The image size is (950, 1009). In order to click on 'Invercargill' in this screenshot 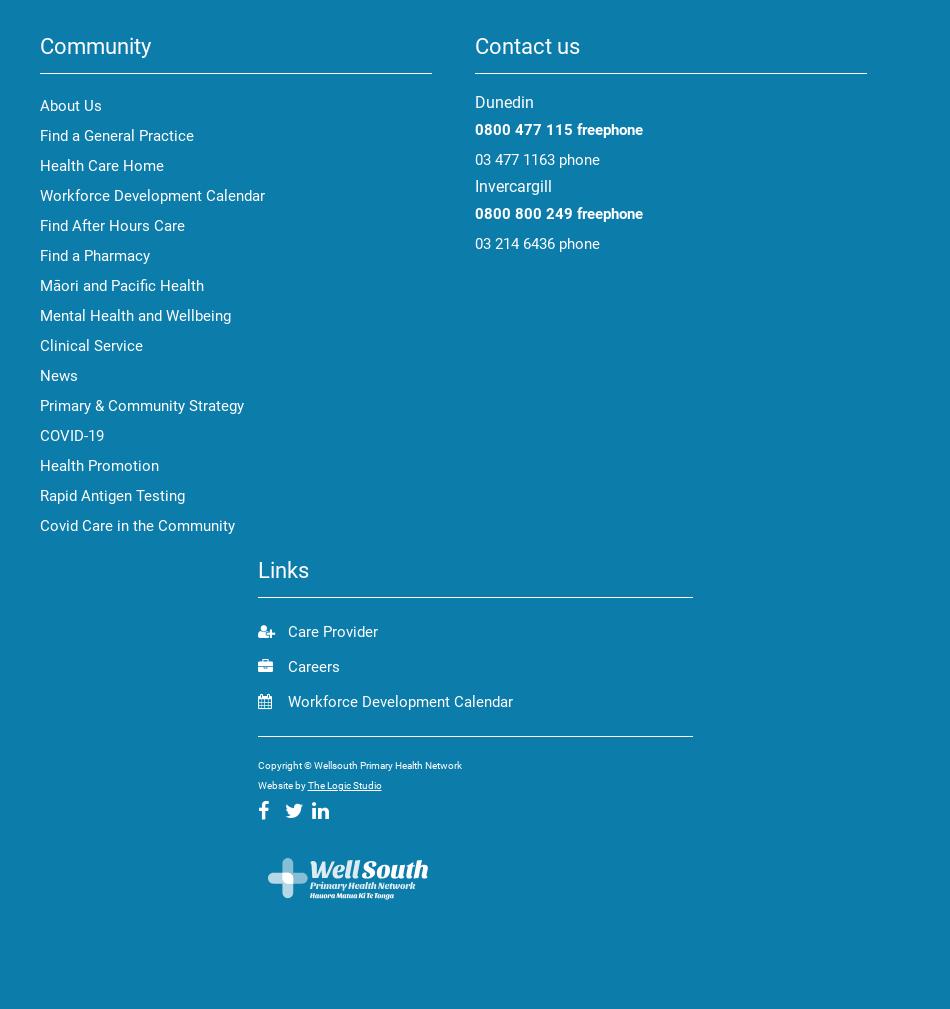, I will do `click(513, 185)`.